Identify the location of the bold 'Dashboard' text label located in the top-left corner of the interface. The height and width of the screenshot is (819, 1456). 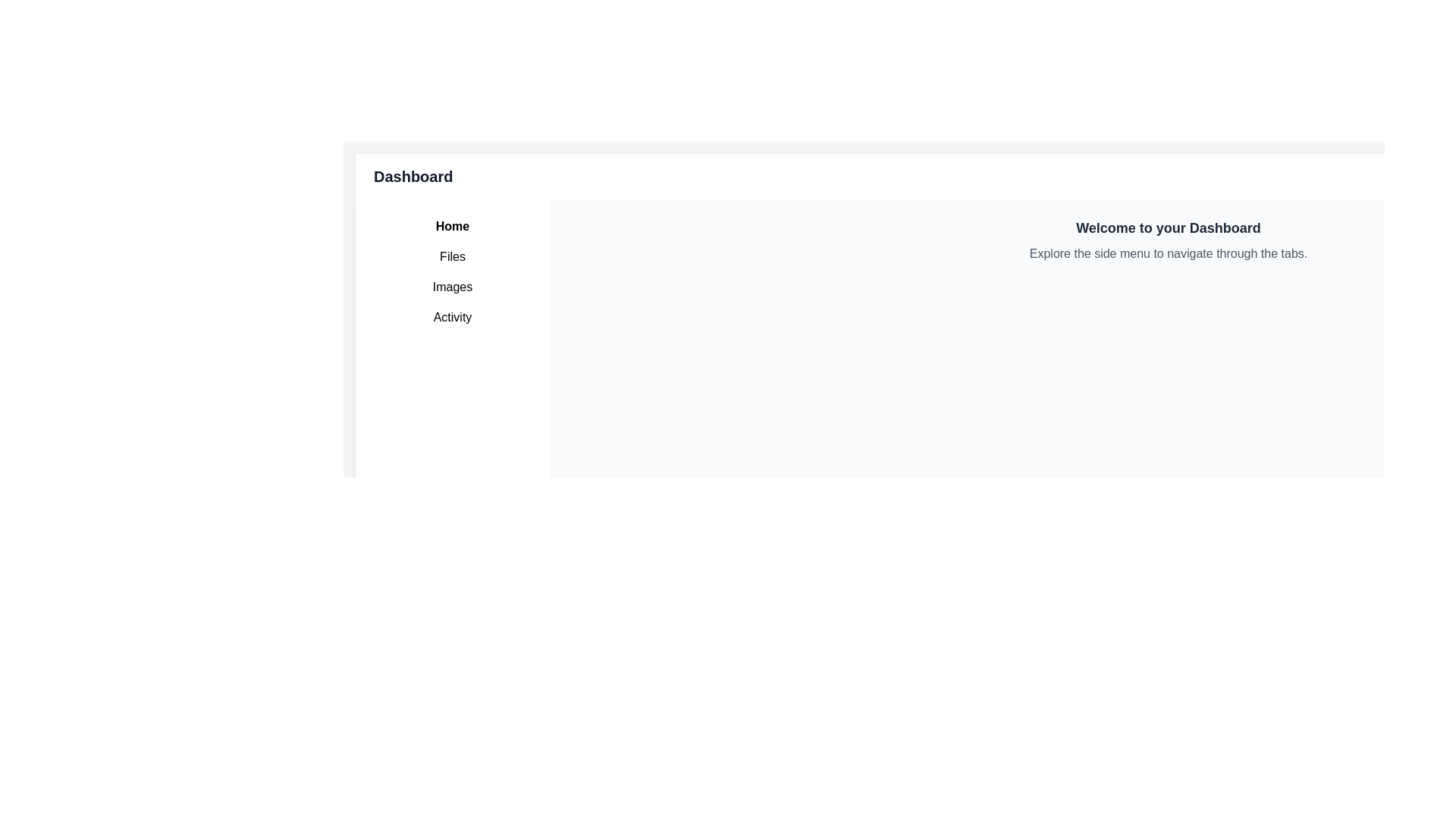
(413, 175).